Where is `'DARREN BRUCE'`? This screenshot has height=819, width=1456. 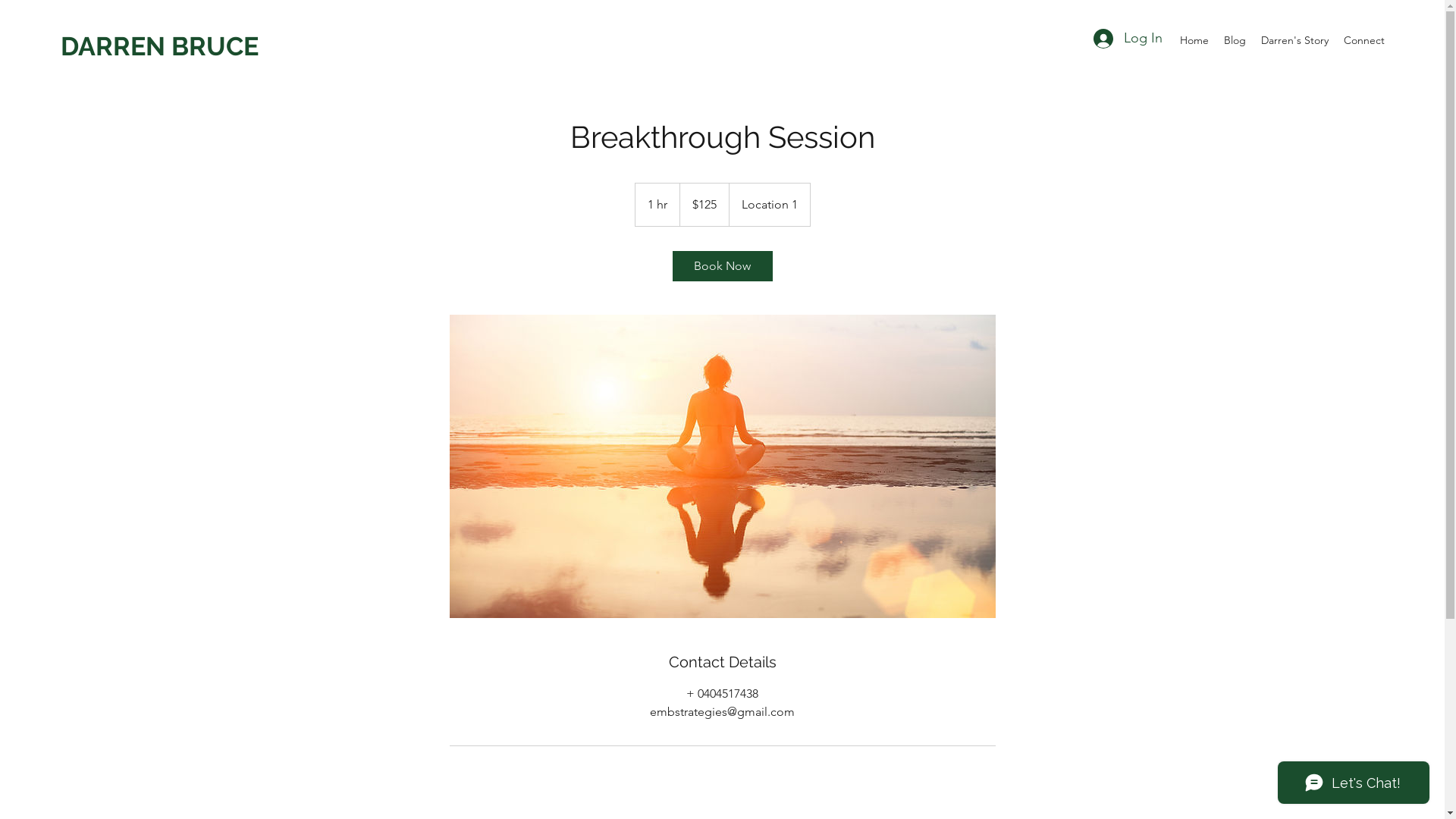
'DARREN BRUCE' is located at coordinates (159, 45).